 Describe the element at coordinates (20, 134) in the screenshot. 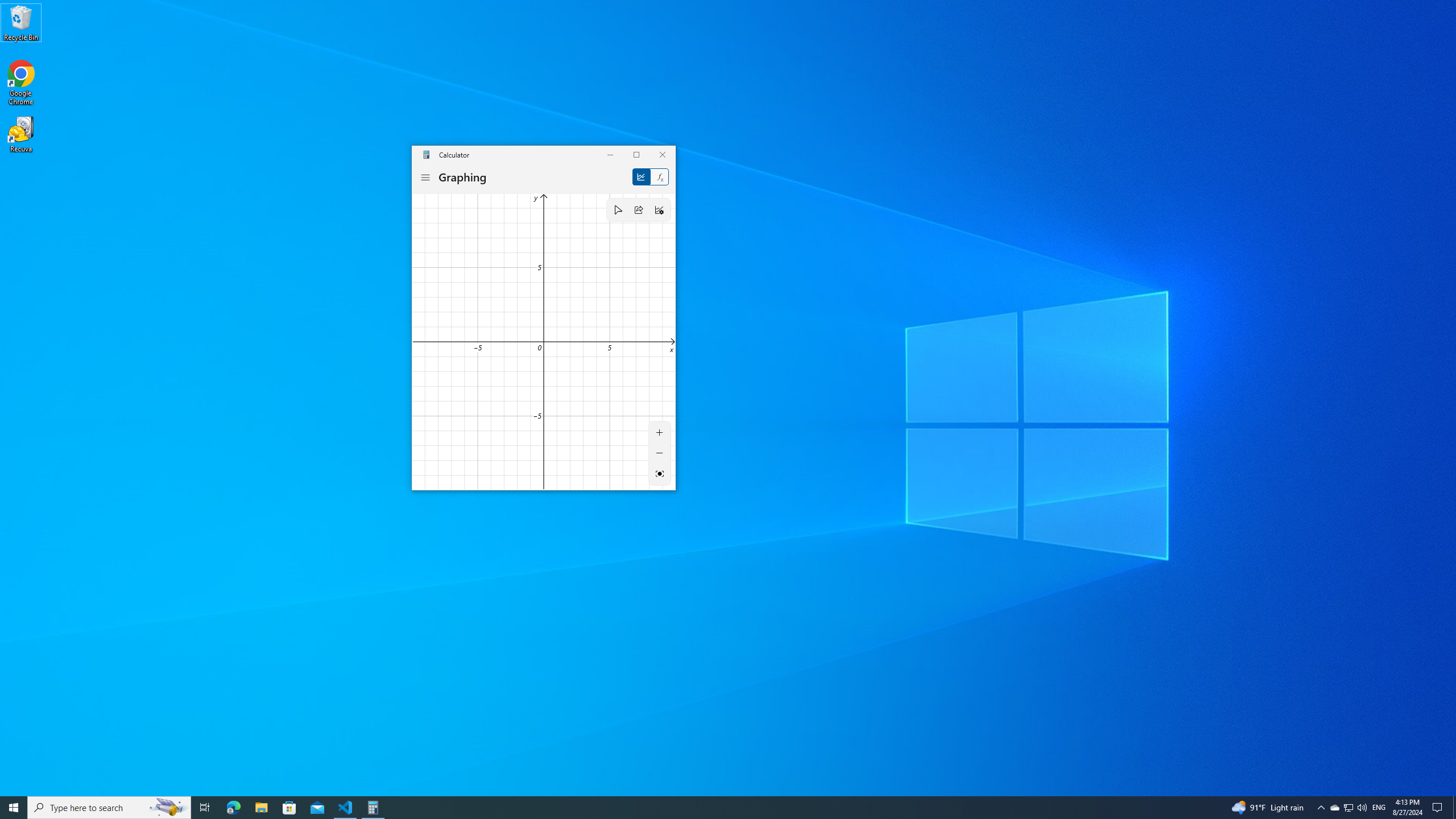

I see `'Recuva'` at that location.